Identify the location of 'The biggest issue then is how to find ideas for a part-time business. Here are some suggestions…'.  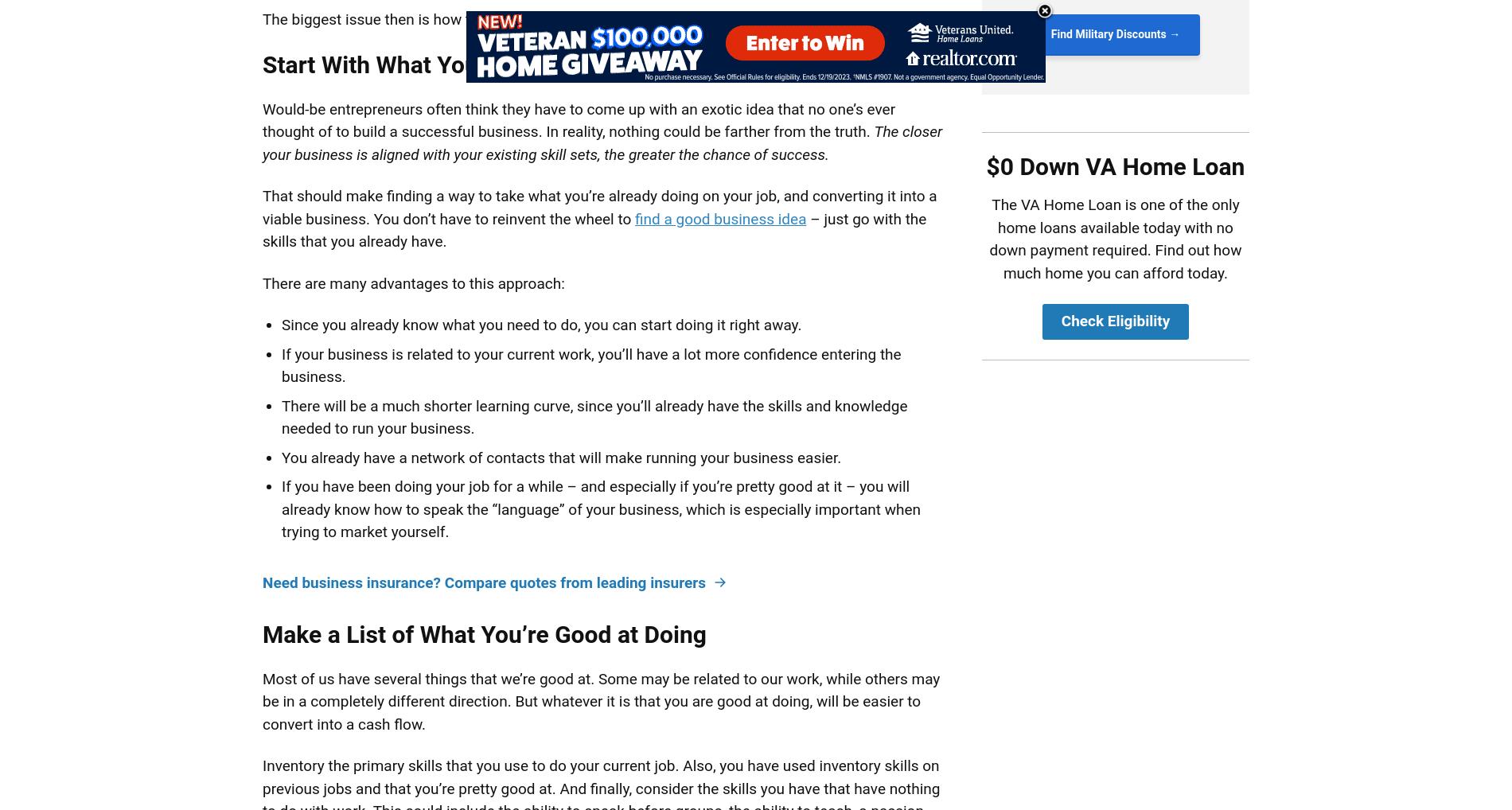
(586, 18).